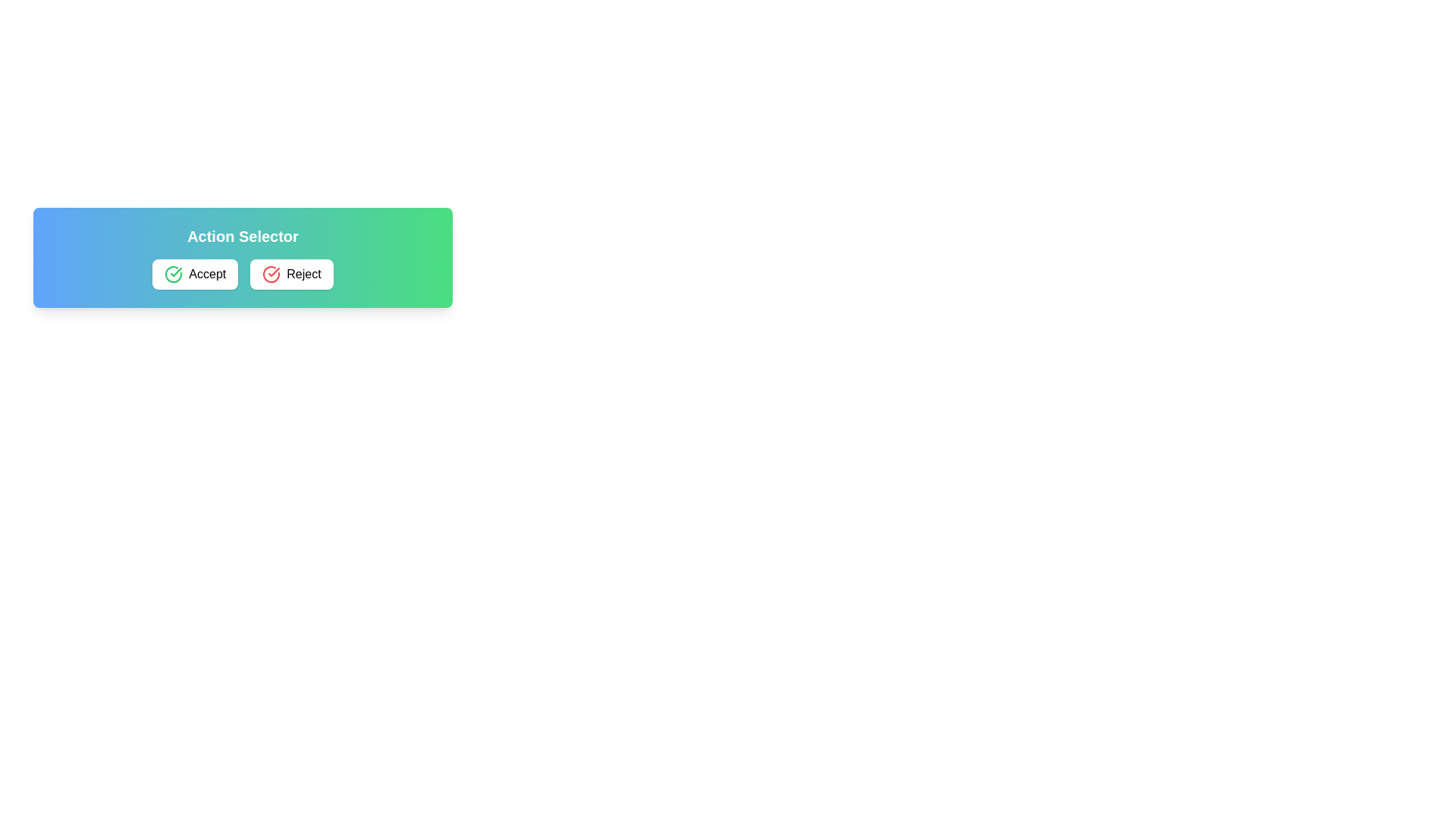 This screenshot has width=1456, height=819. I want to click on the green circular icon with a checkmark next to the 'Accept' button to indicate approval, so click(174, 275).